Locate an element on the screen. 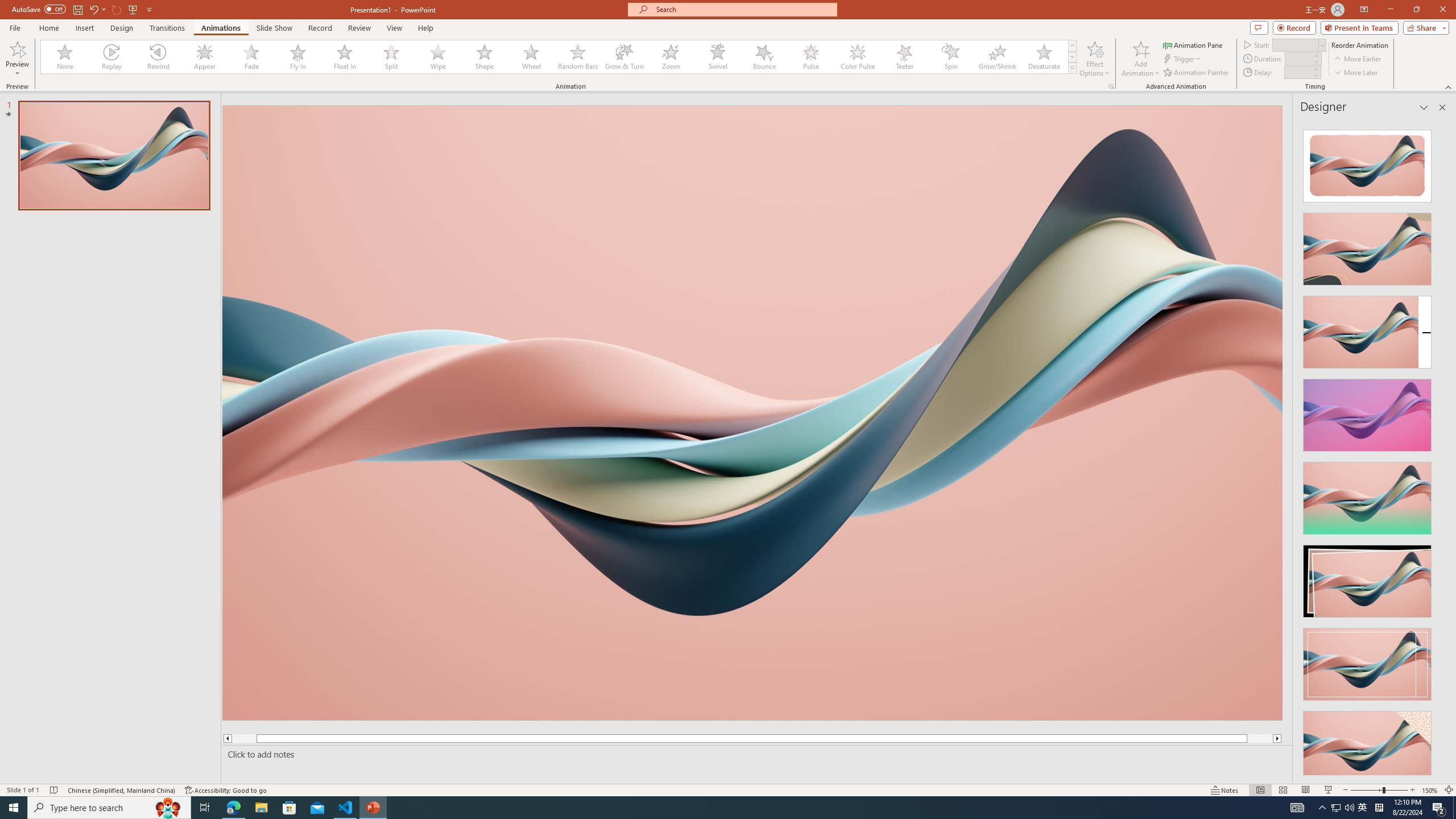  'Animation Duration' is located at coordinates (1298, 58).